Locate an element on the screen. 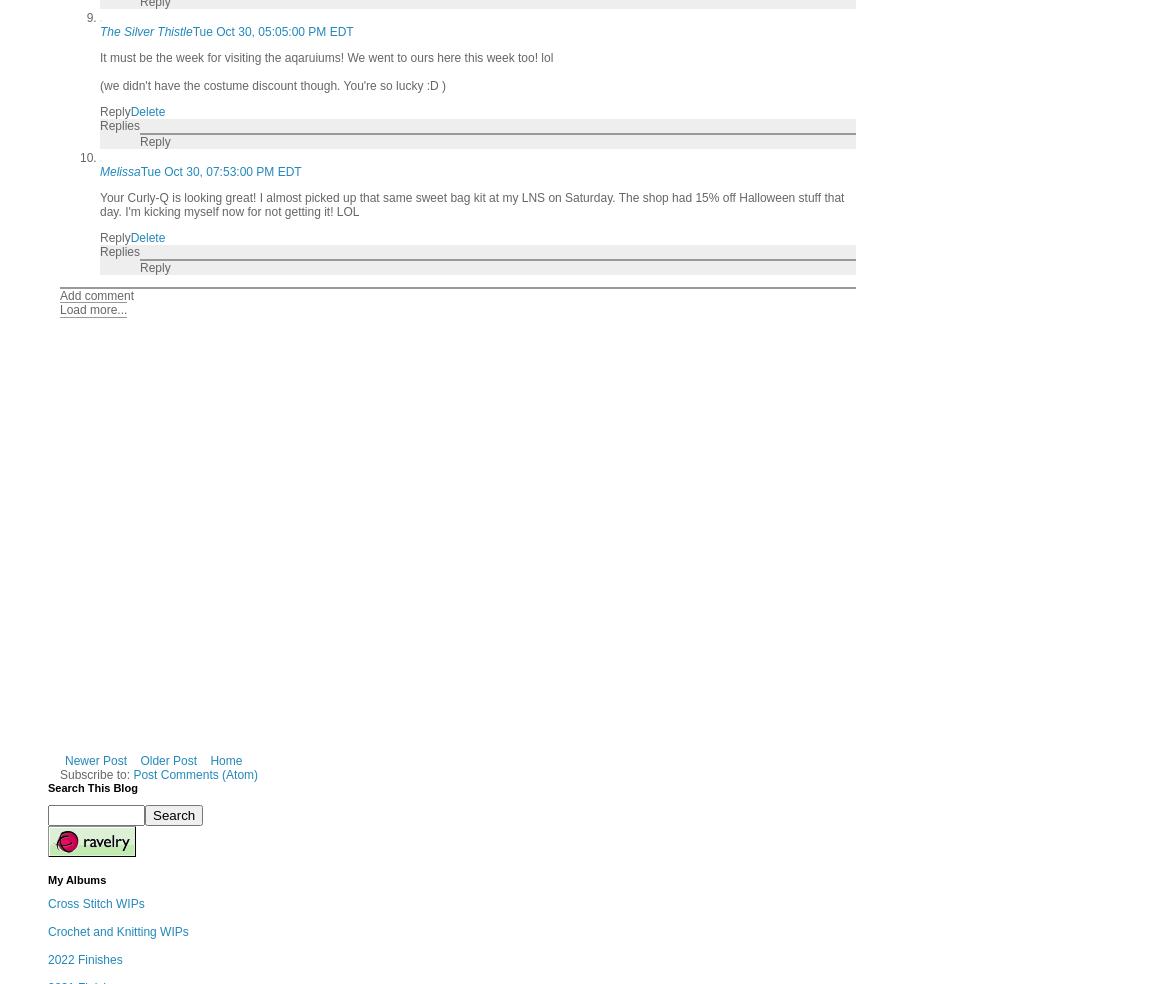  'Your Curly-Q is looking great!  I almost picked up that same sweet bag kit at my LNS on Saturday.  The shop had 15% off Halloween stuff that day.  I'm kicking myself now for not getting it!  LOL' is located at coordinates (471, 204).